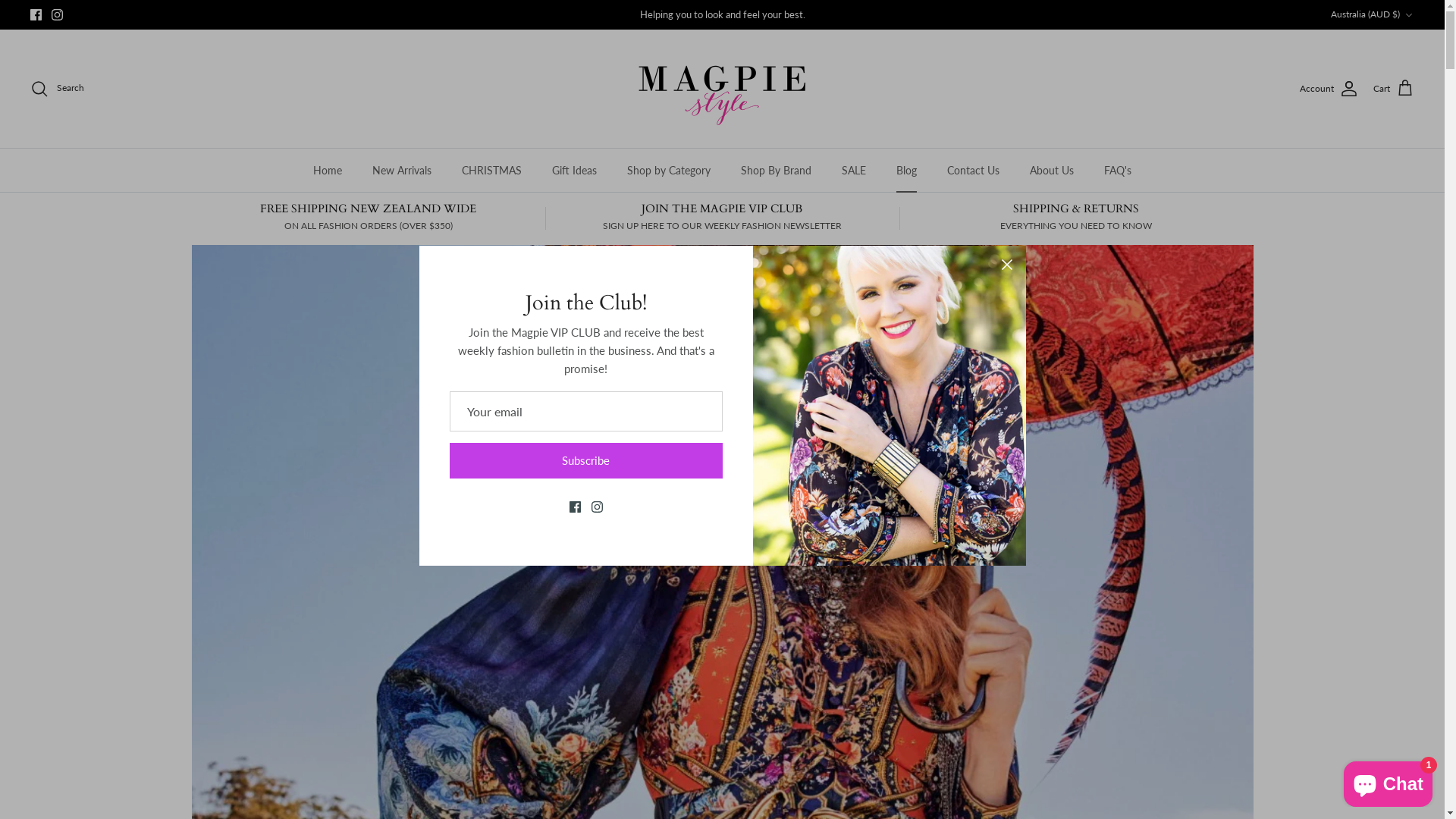 The image size is (1456, 819). Describe the element at coordinates (538, 170) in the screenshot. I see `'Gift Ideas'` at that location.